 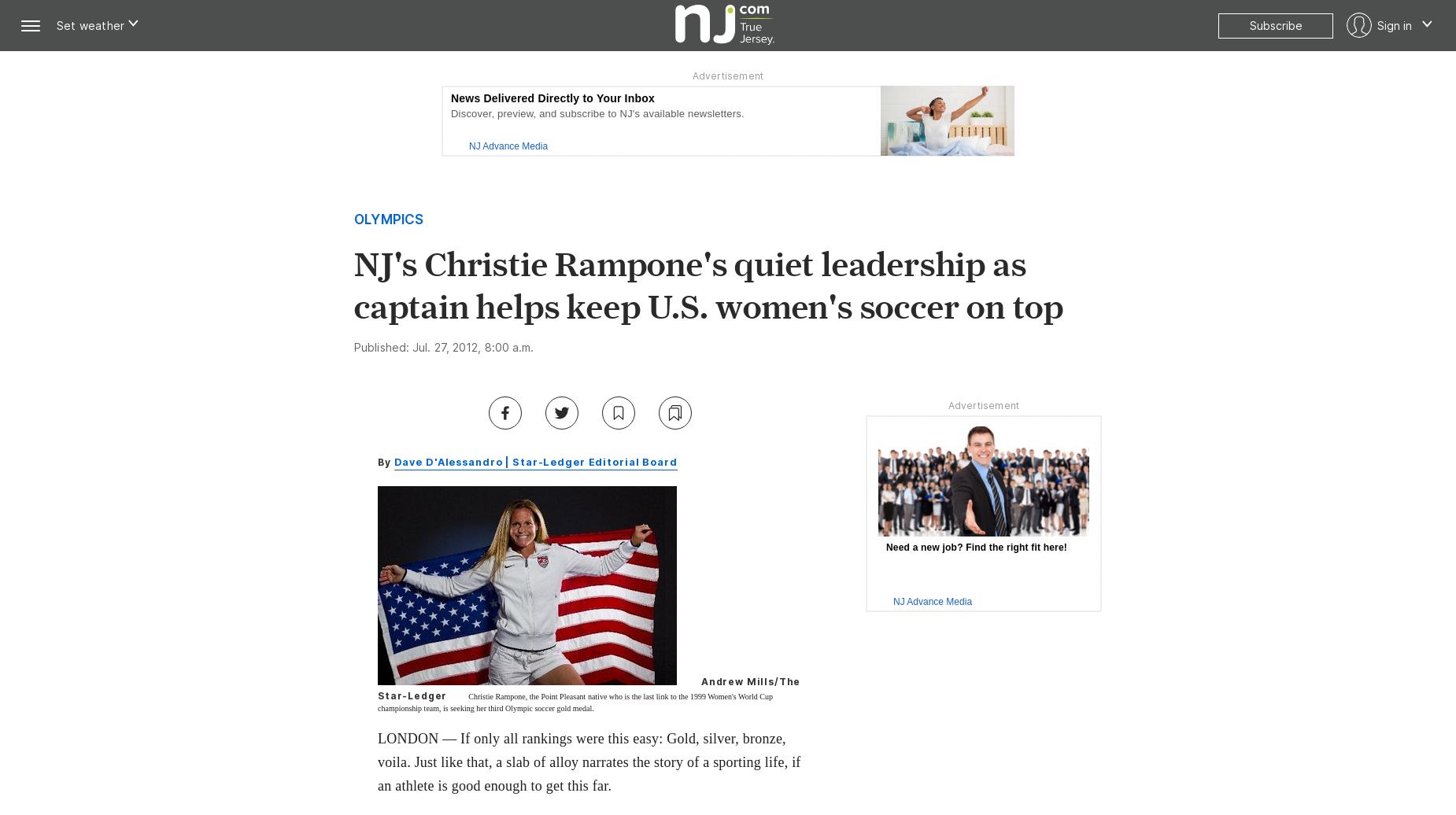 I want to click on 'Andrew Mills/The Star-Ledger', so click(x=589, y=688).